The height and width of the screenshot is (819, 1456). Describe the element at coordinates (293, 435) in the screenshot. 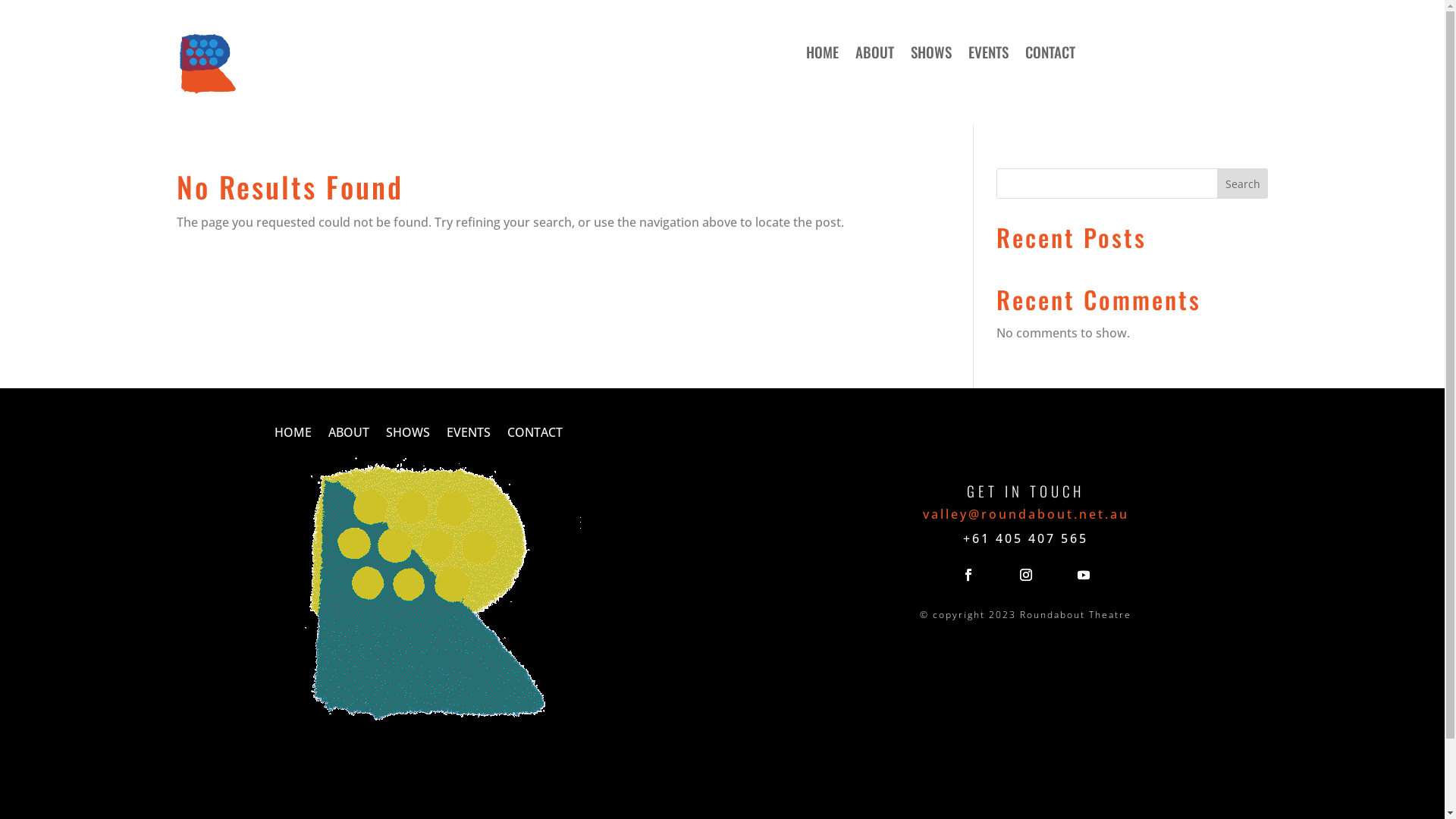

I see `'HOME'` at that location.